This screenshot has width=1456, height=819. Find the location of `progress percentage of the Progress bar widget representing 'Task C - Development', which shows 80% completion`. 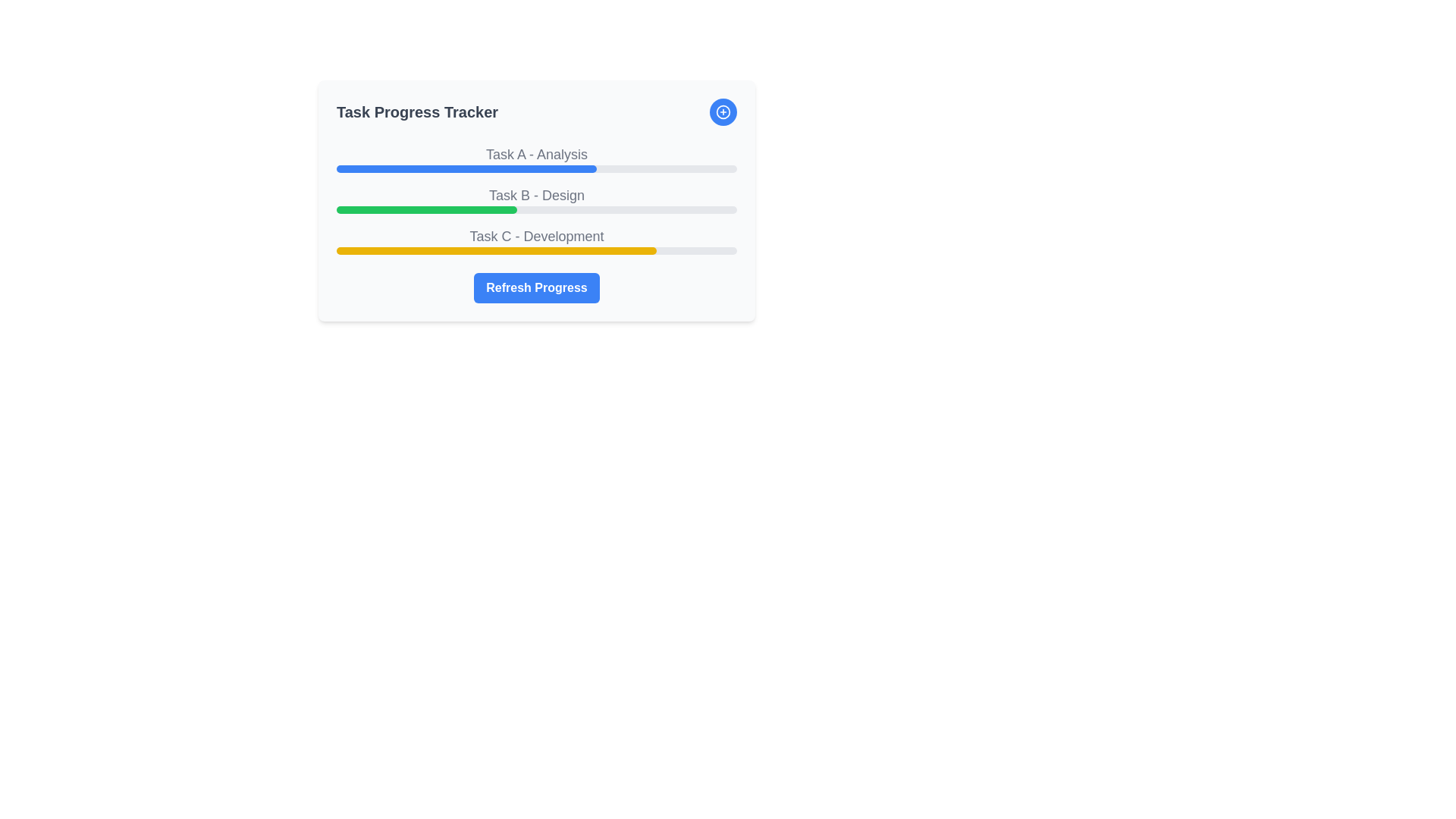

progress percentage of the Progress bar widget representing 'Task C - Development', which shows 80% completion is located at coordinates (537, 239).